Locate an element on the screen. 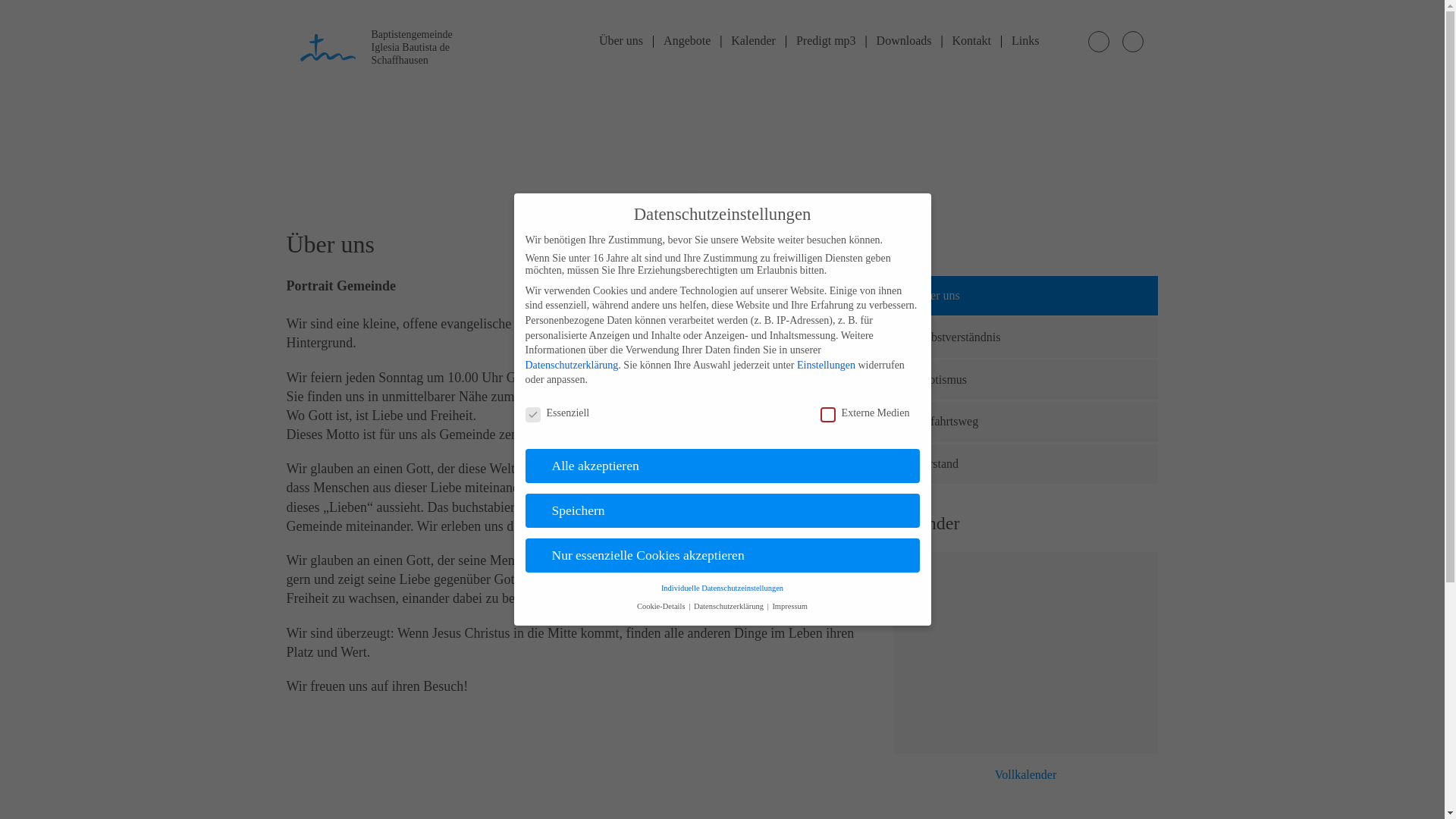  'Kontakt' is located at coordinates (971, 39).